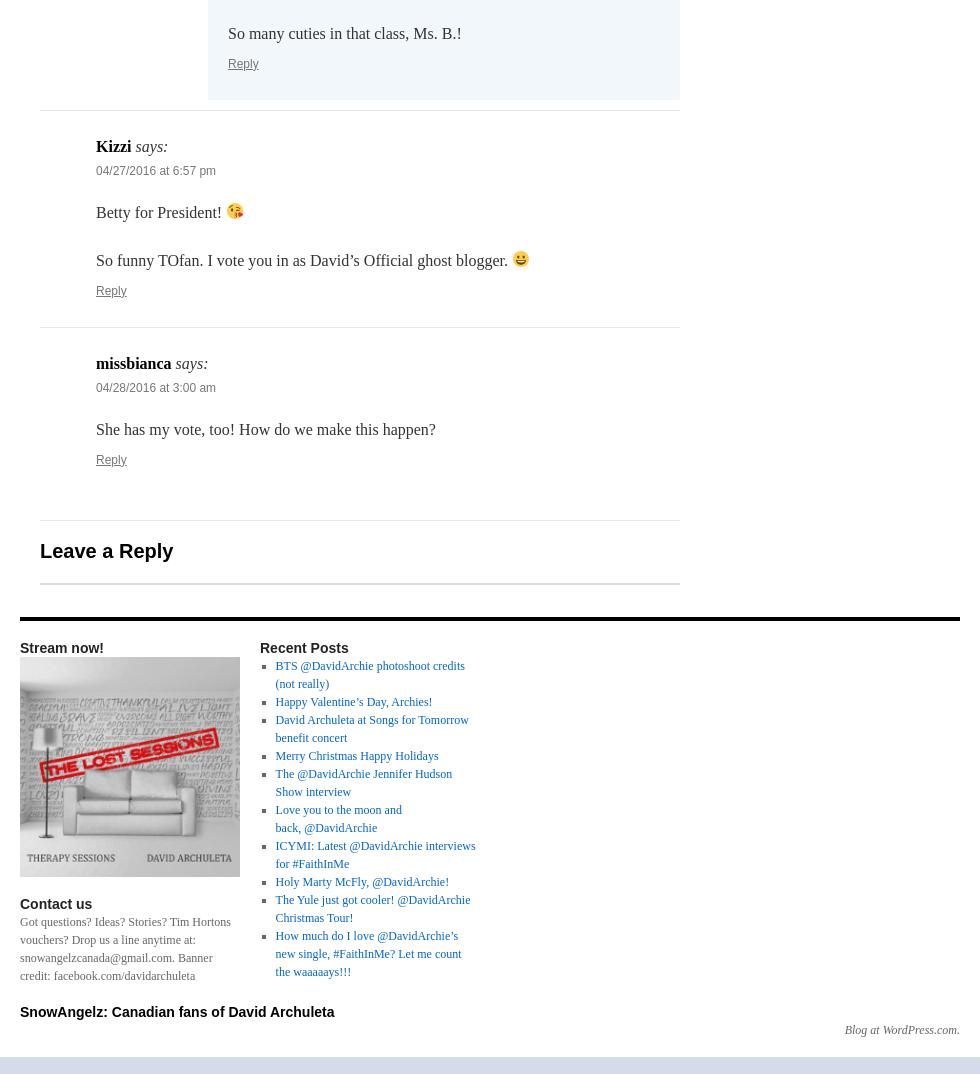 The image size is (980, 1074). Describe the element at coordinates (353, 700) in the screenshot. I see `'Happy Valentine’s Day, Archies!'` at that location.